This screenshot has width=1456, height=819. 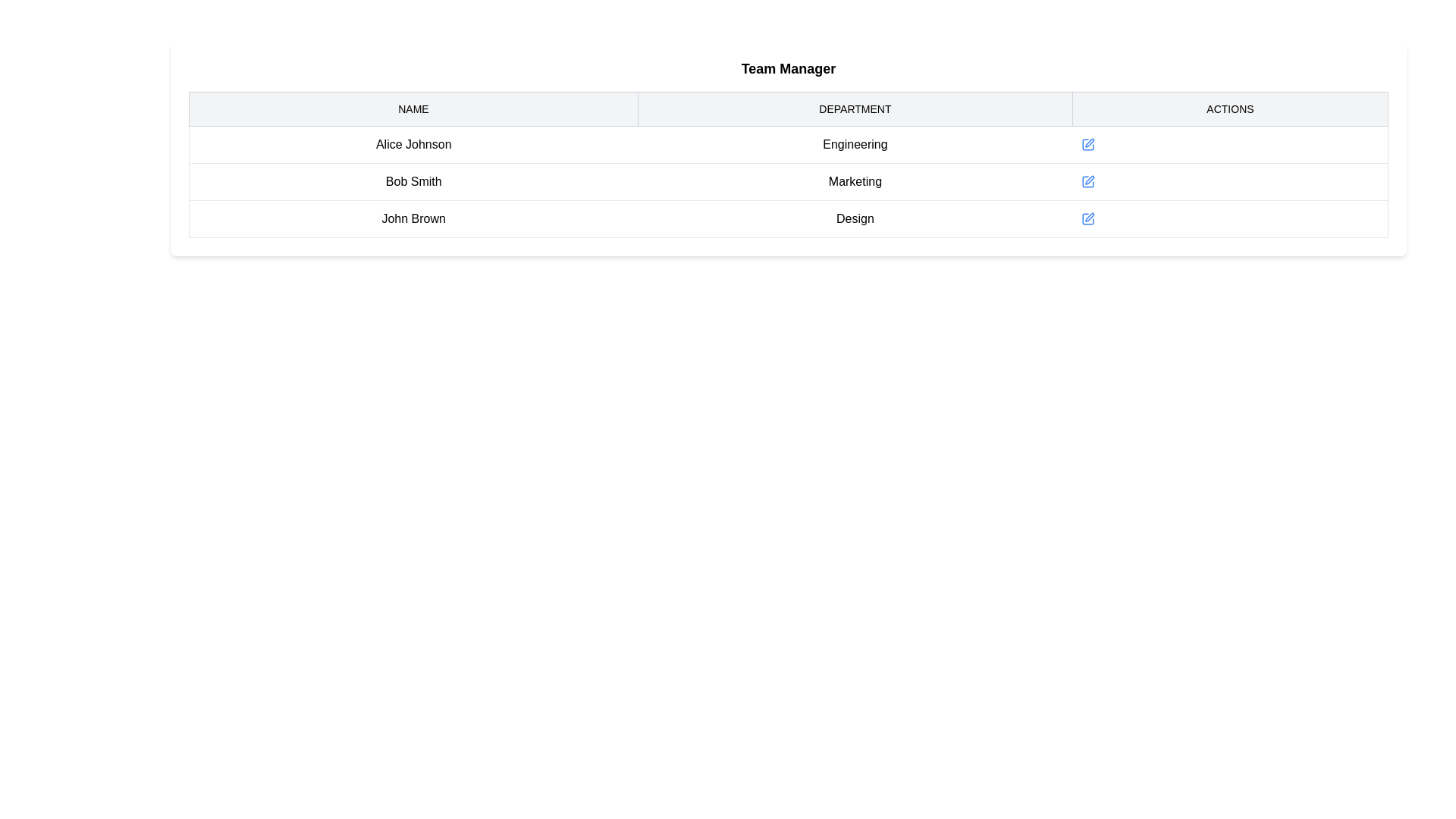 What do you see at coordinates (413, 180) in the screenshot?
I see `the text label displaying 'Bob Smith' located` at bounding box center [413, 180].